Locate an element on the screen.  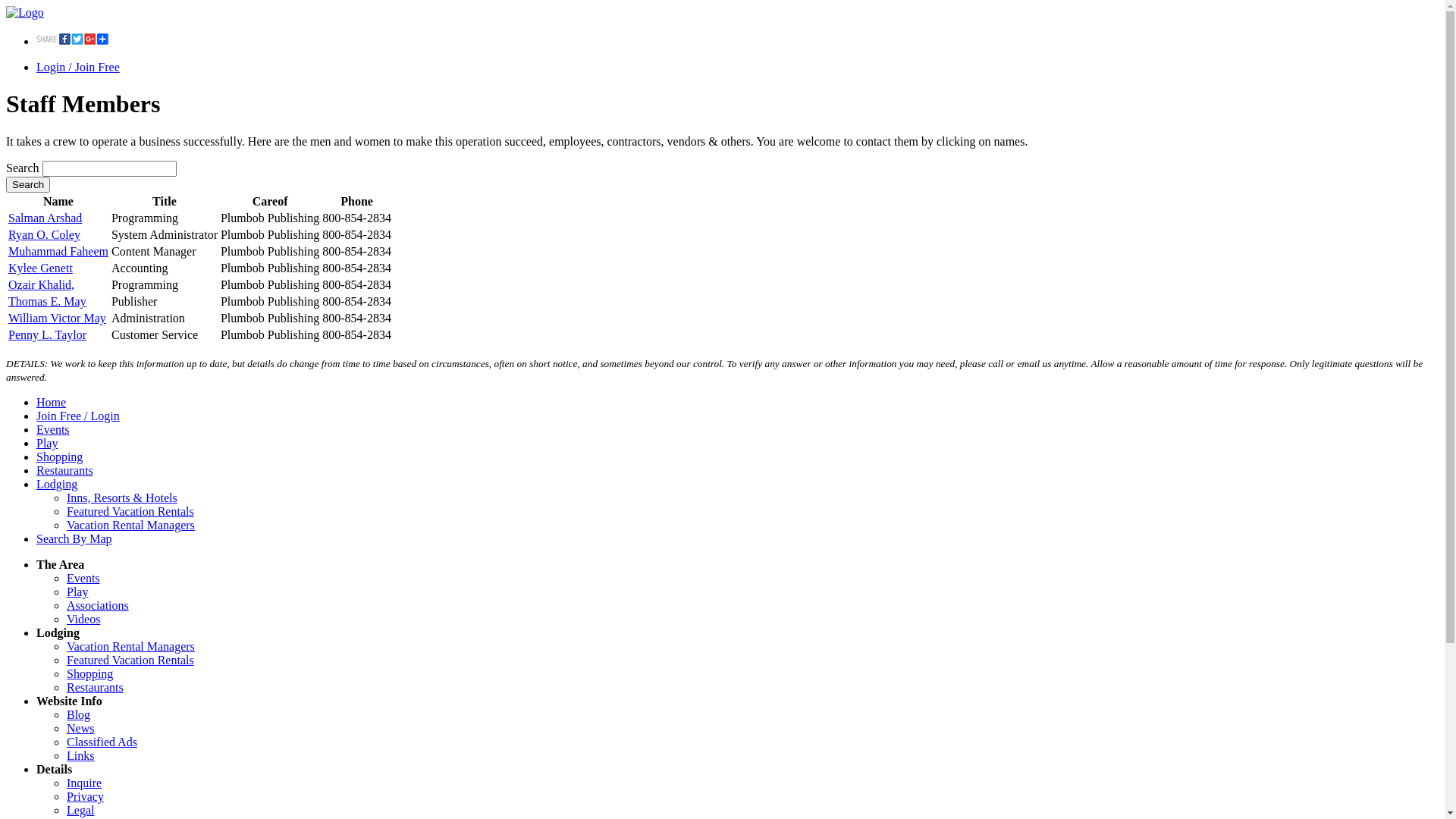
'Events' is located at coordinates (53, 429).